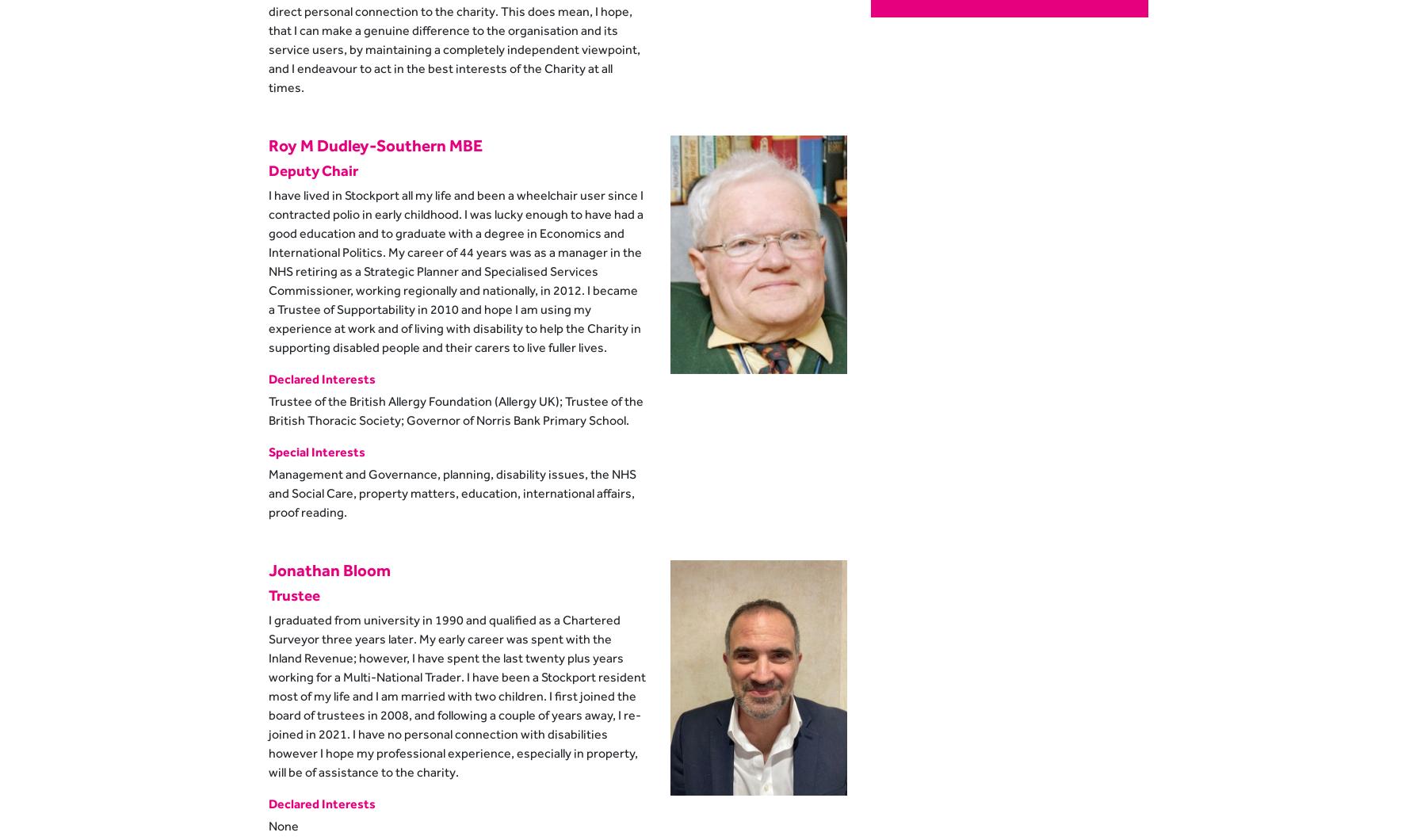  I want to click on 'None', so click(282, 824).